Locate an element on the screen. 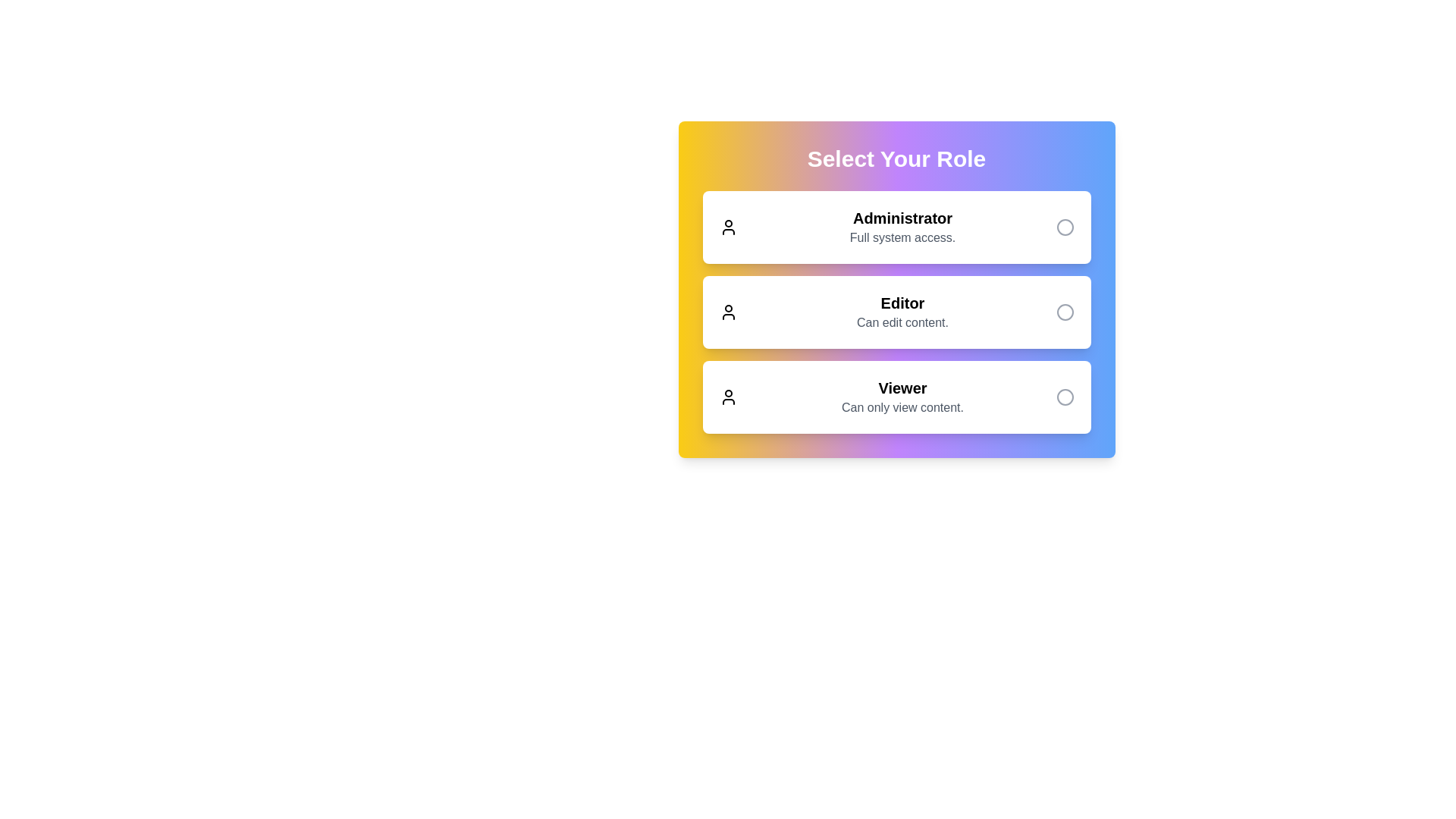  the unselected radio button located at the far right of the 'Administrator' card, adjacent to the text 'Administrator Full system access.' is located at coordinates (1064, 227).